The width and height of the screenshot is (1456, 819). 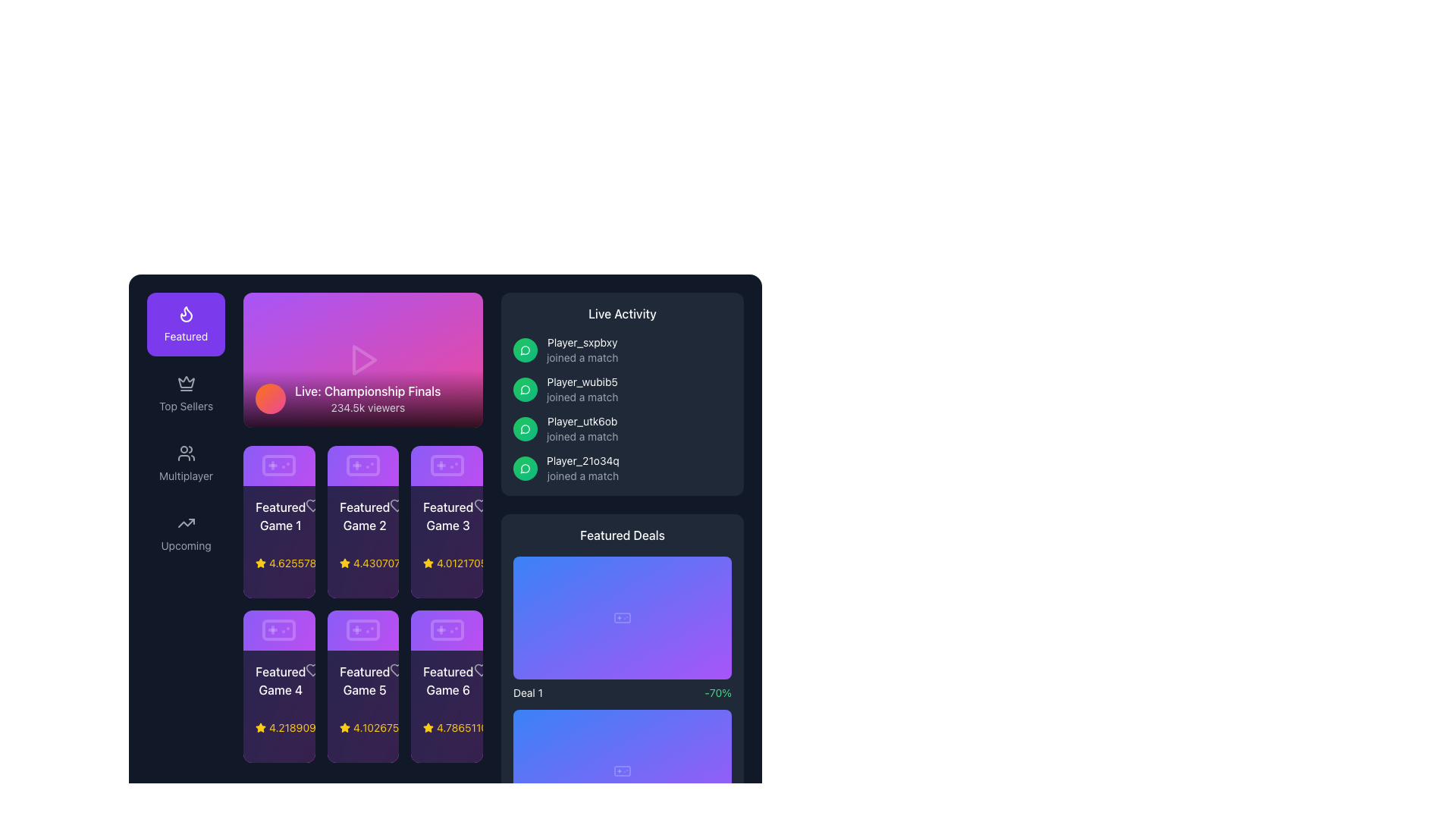 I want to click on the heart icon in the top-right corner of the 'Featured Game 3' card, so click(x=480, y=505).